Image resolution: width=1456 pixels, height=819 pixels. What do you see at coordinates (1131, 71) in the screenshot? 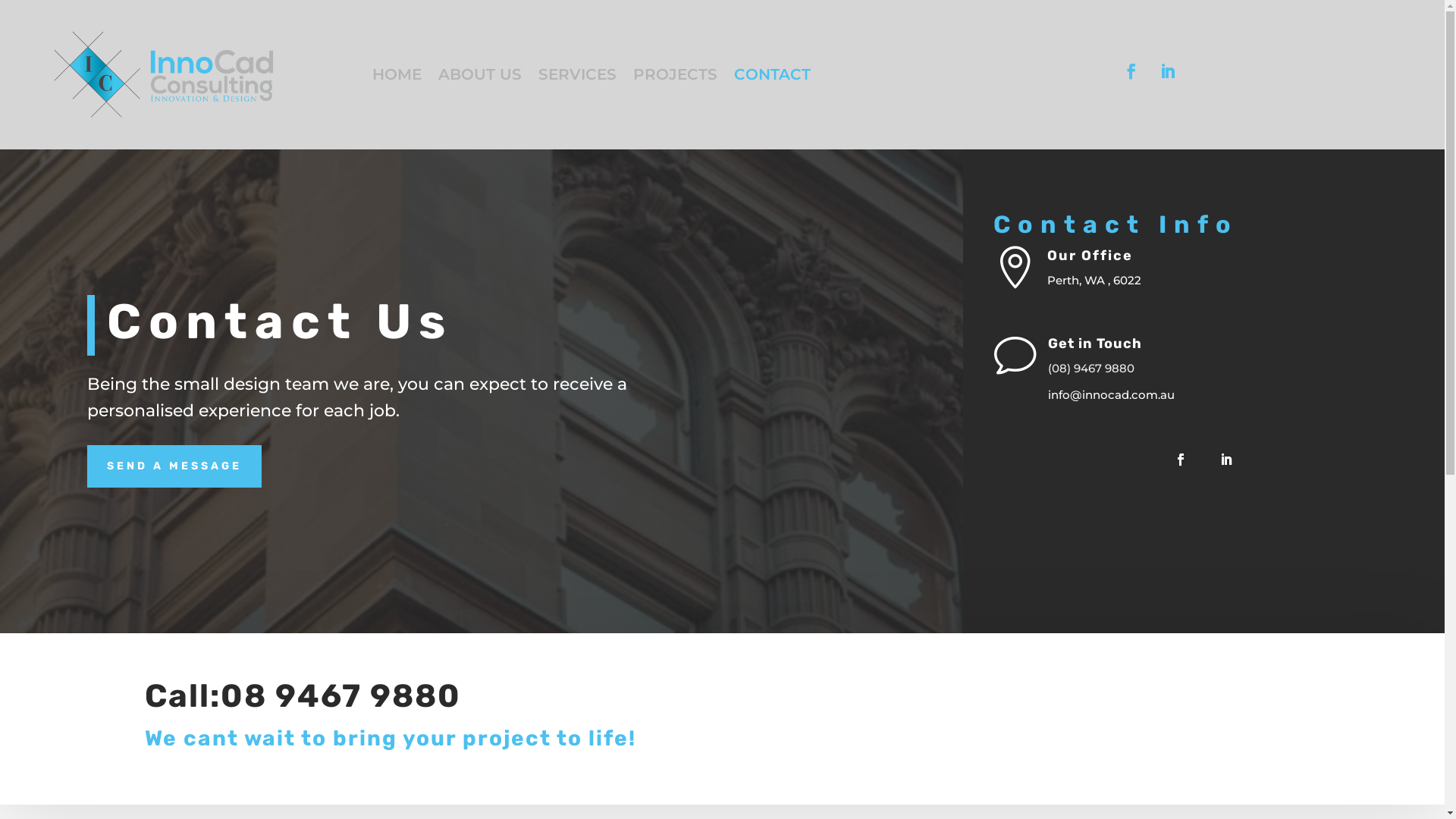
I see `'Follow on Facebook'` at bounding box center [1131, 71].